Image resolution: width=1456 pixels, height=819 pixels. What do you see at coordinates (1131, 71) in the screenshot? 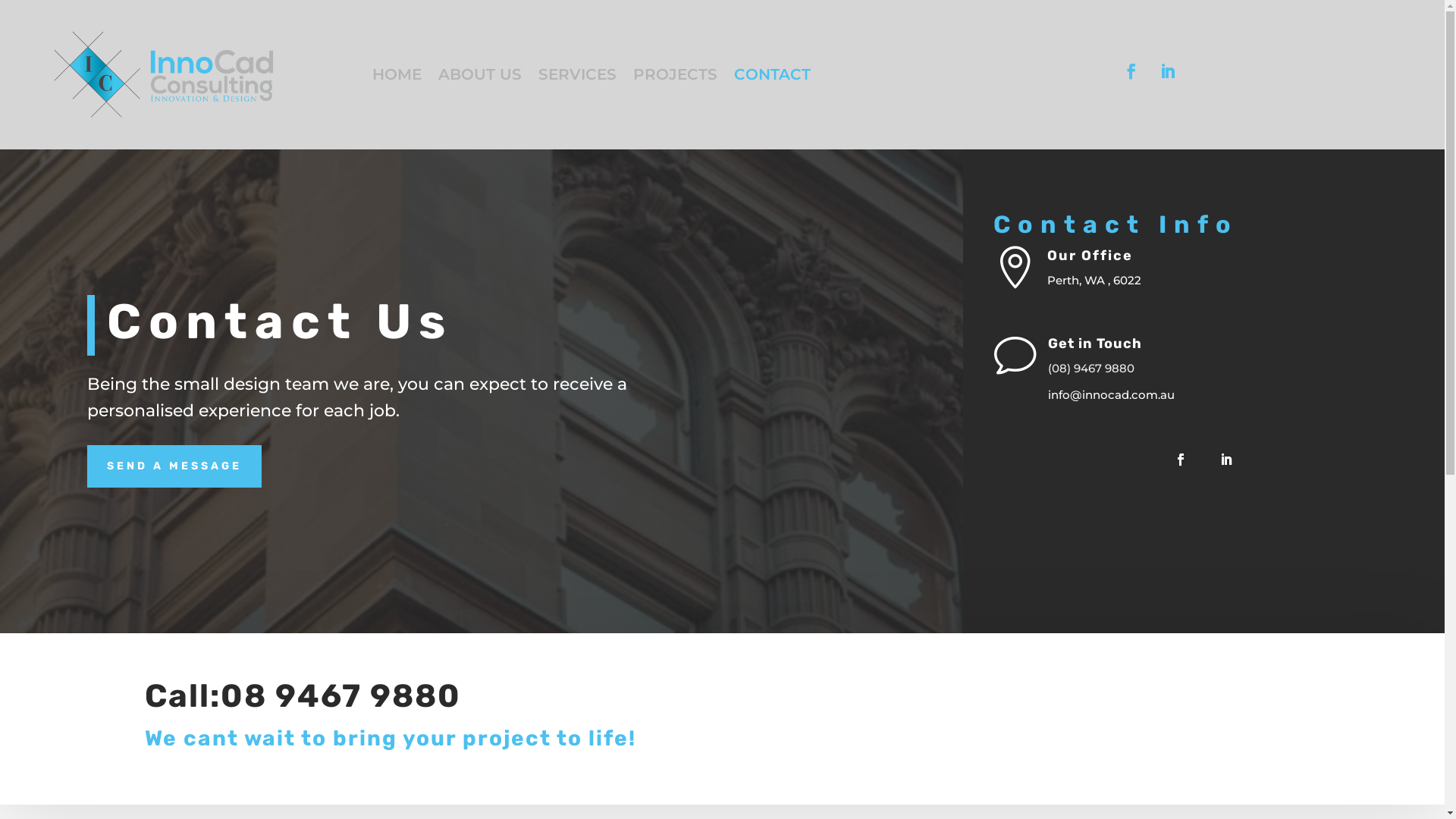
I see `'Follow on Facebook'` at bounding box center [1131, 71].